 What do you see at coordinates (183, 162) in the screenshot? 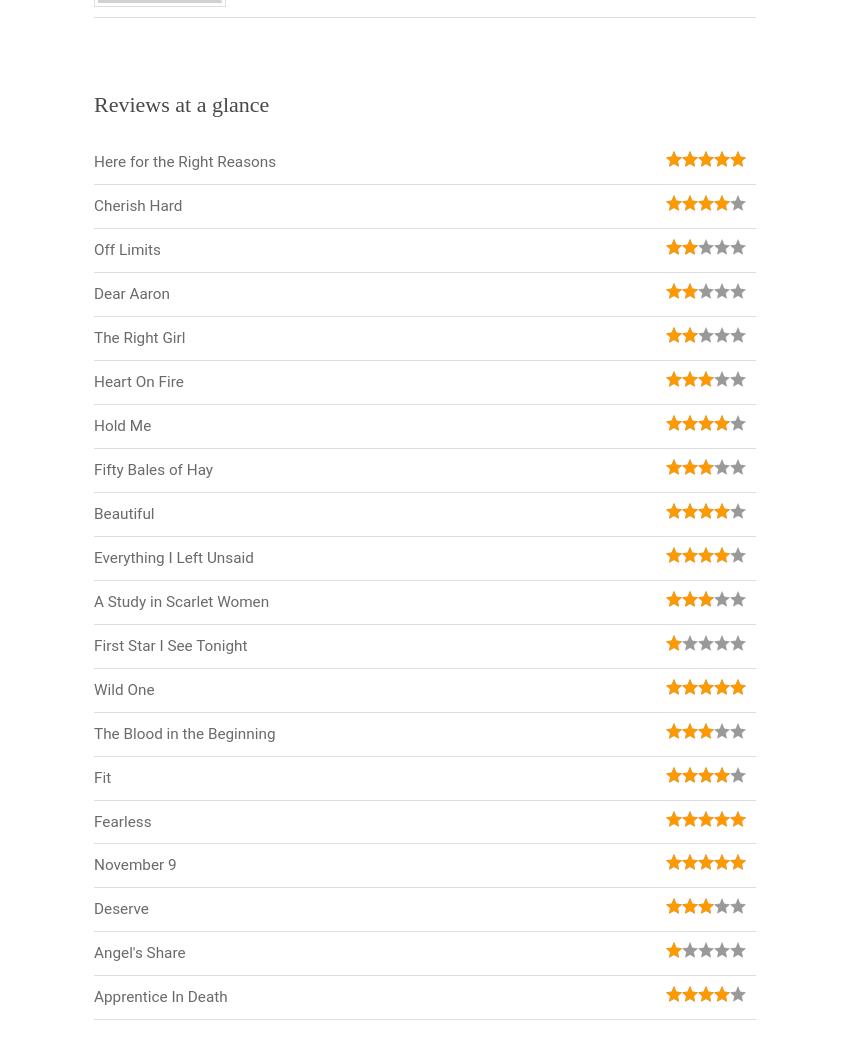
I see `'Here for the Right Reasons'` at bounding box center [183, 162].